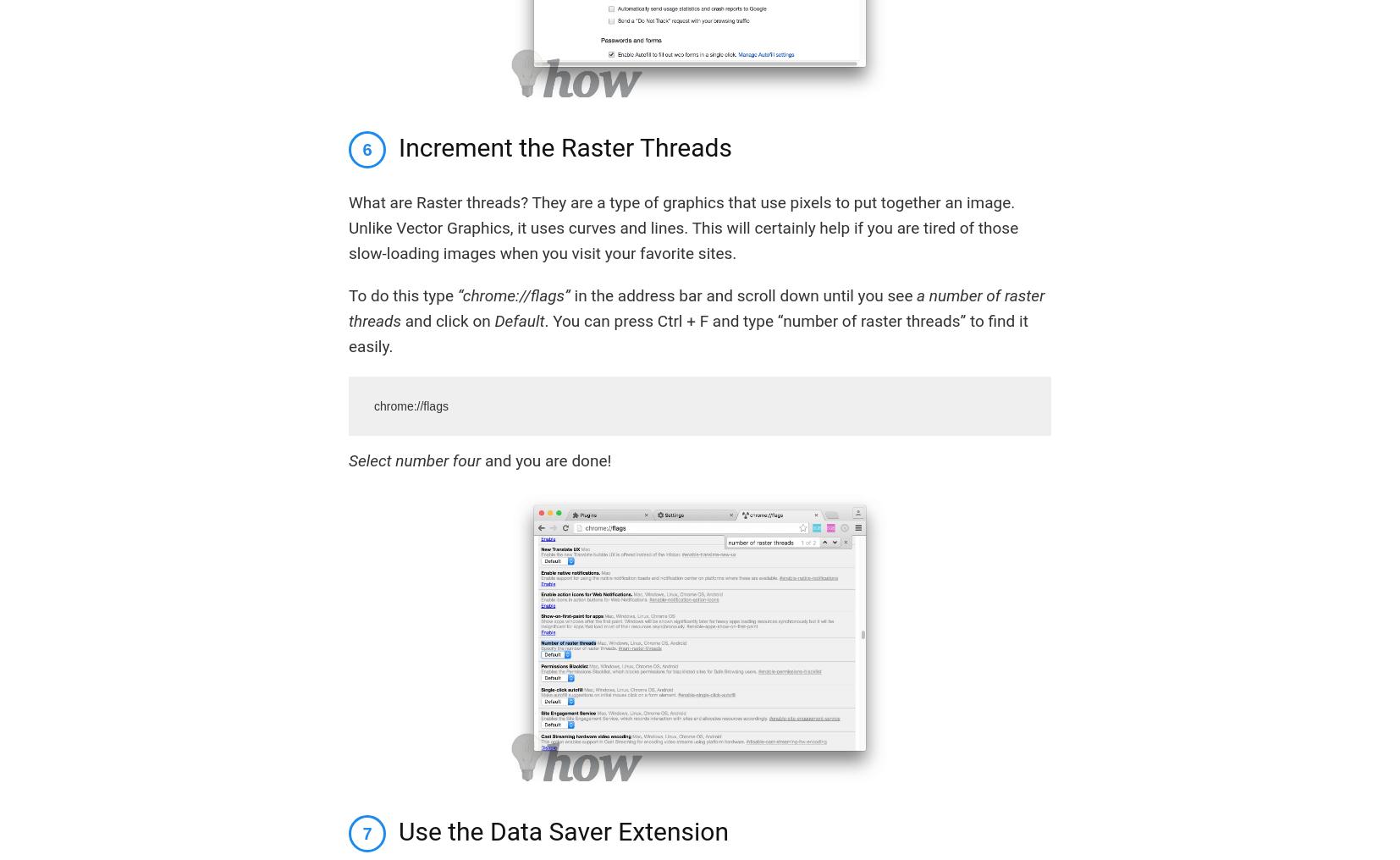 The image size is (1400, 860). Describe the element at coordinates (683, 226) in the screenshot. I see `'What are Raster threads? They are a type of graphics that use pixels to put together an image. Unlike Vector Graphics, it uses curves and lines. This will certainly help if you are tired of those slow-loading images when you visit your favorite sites.'` at that location.